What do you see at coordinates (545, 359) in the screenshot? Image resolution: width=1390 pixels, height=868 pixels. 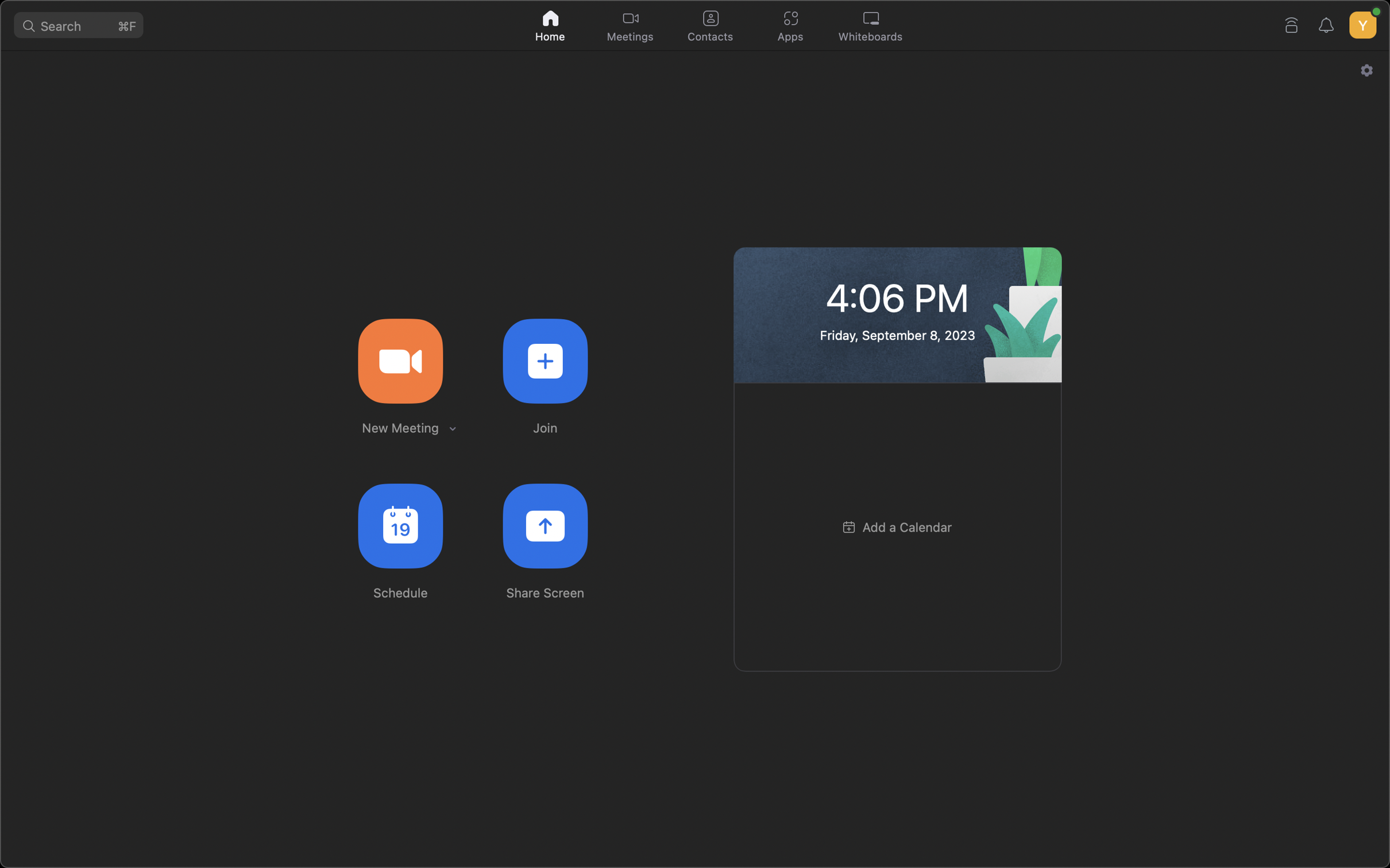 I see `Opt to take part in an ongoing meeting` at bounding box center [545, 359].